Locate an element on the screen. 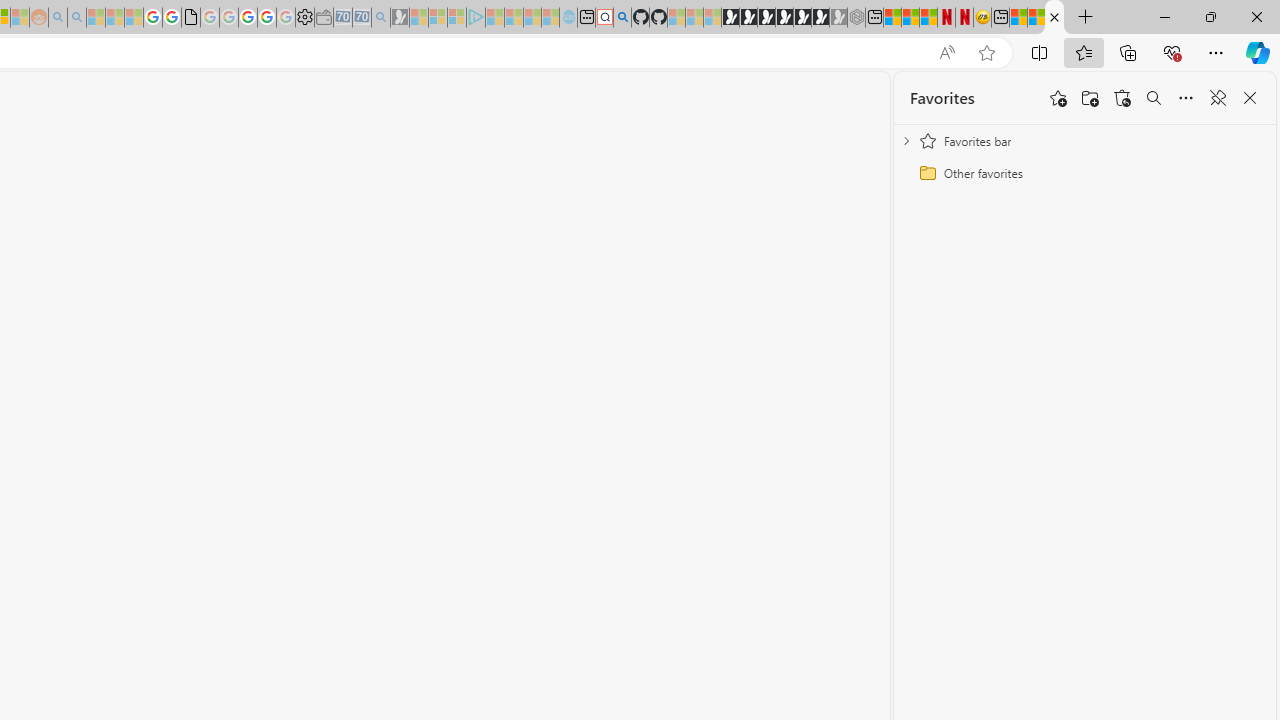 This screenshot has height=720, width=1280. 'Add this page to favorites (Ctrl+D)' is located at coordinates (986, 52).